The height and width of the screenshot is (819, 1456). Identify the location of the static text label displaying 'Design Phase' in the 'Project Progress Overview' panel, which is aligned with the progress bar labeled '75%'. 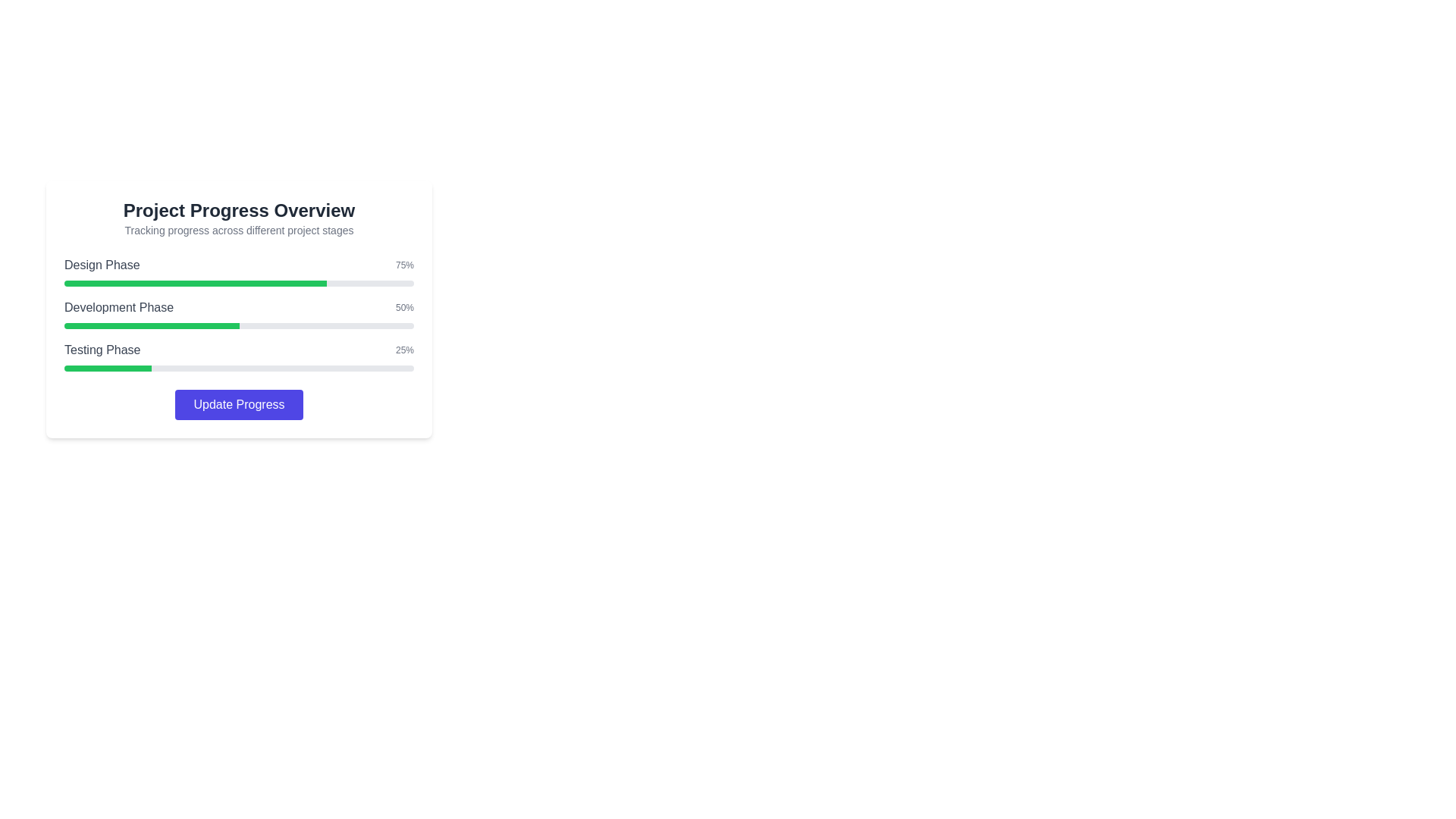
(101, 265).